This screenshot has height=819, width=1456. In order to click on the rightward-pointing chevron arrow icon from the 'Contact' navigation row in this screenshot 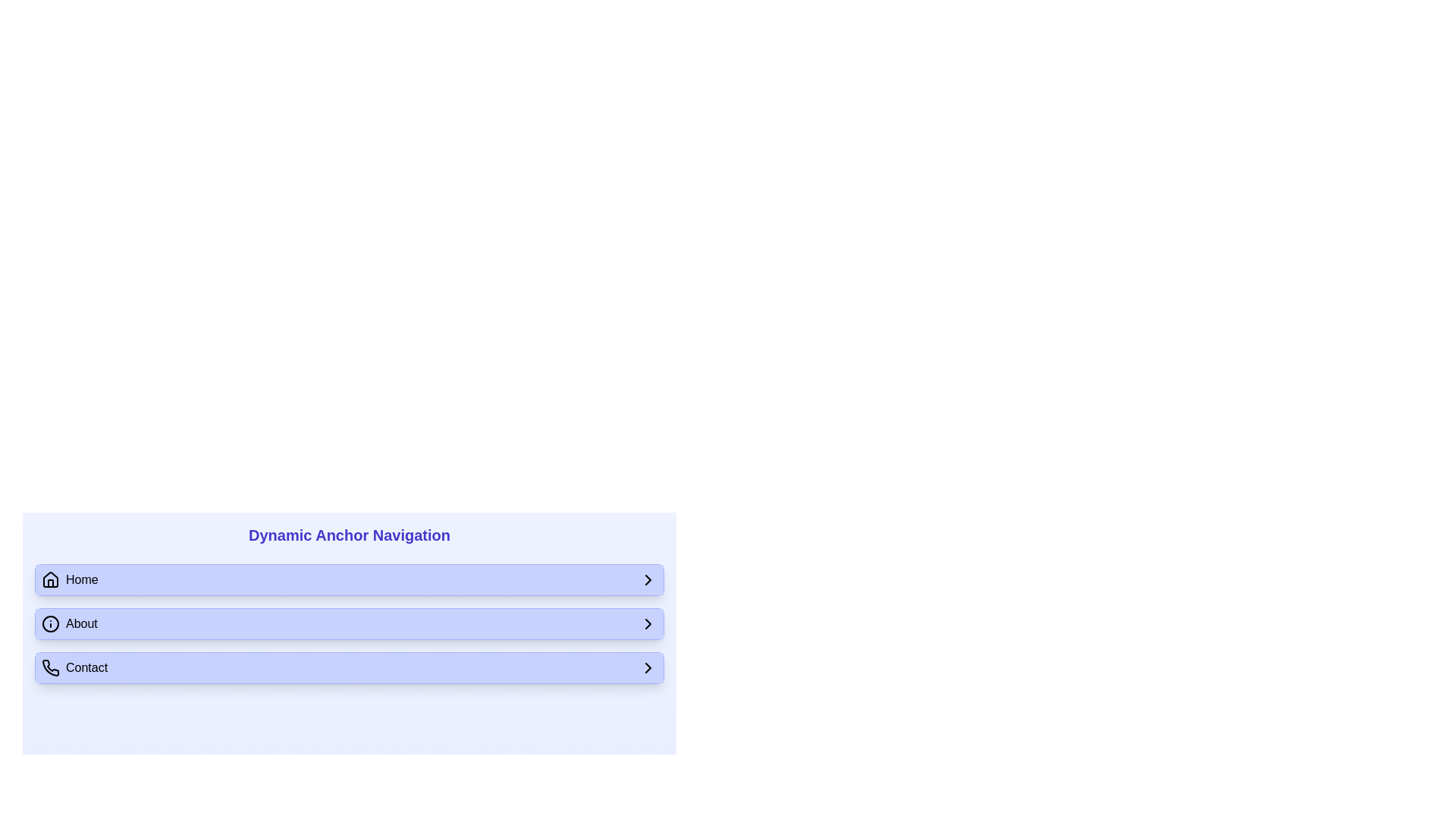, I will do `click(648, 667)`.